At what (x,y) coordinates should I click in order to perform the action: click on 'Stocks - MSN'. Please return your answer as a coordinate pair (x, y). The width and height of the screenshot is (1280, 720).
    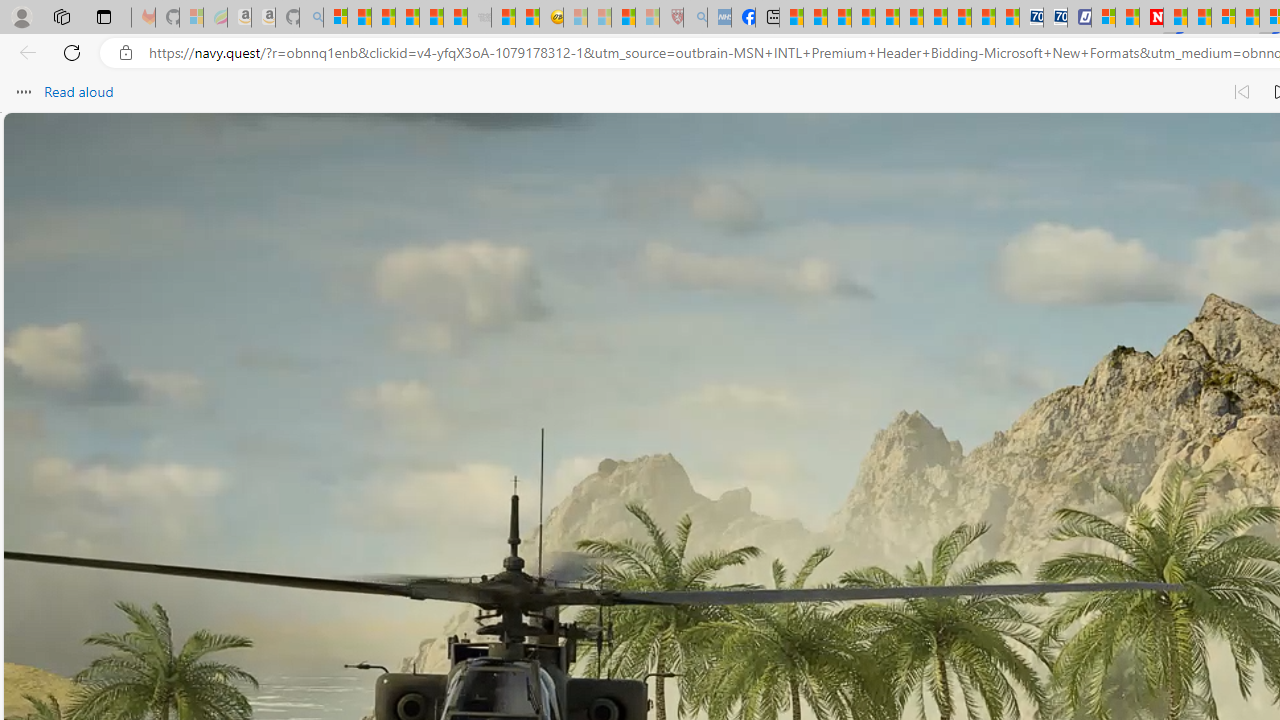
    Looking at the image, I should click on (454, 17).